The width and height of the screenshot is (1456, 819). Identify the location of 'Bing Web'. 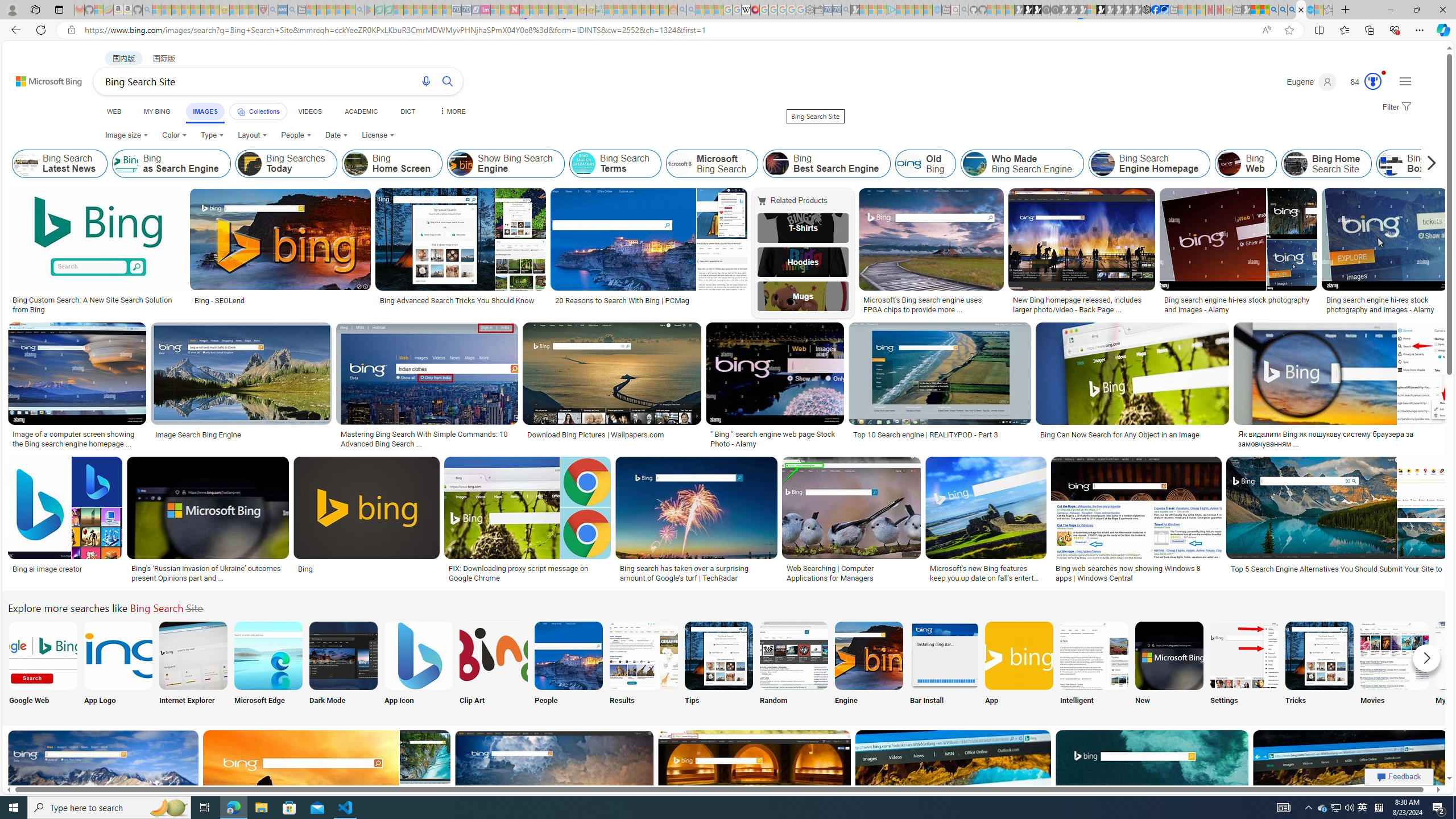
(1228, 163).